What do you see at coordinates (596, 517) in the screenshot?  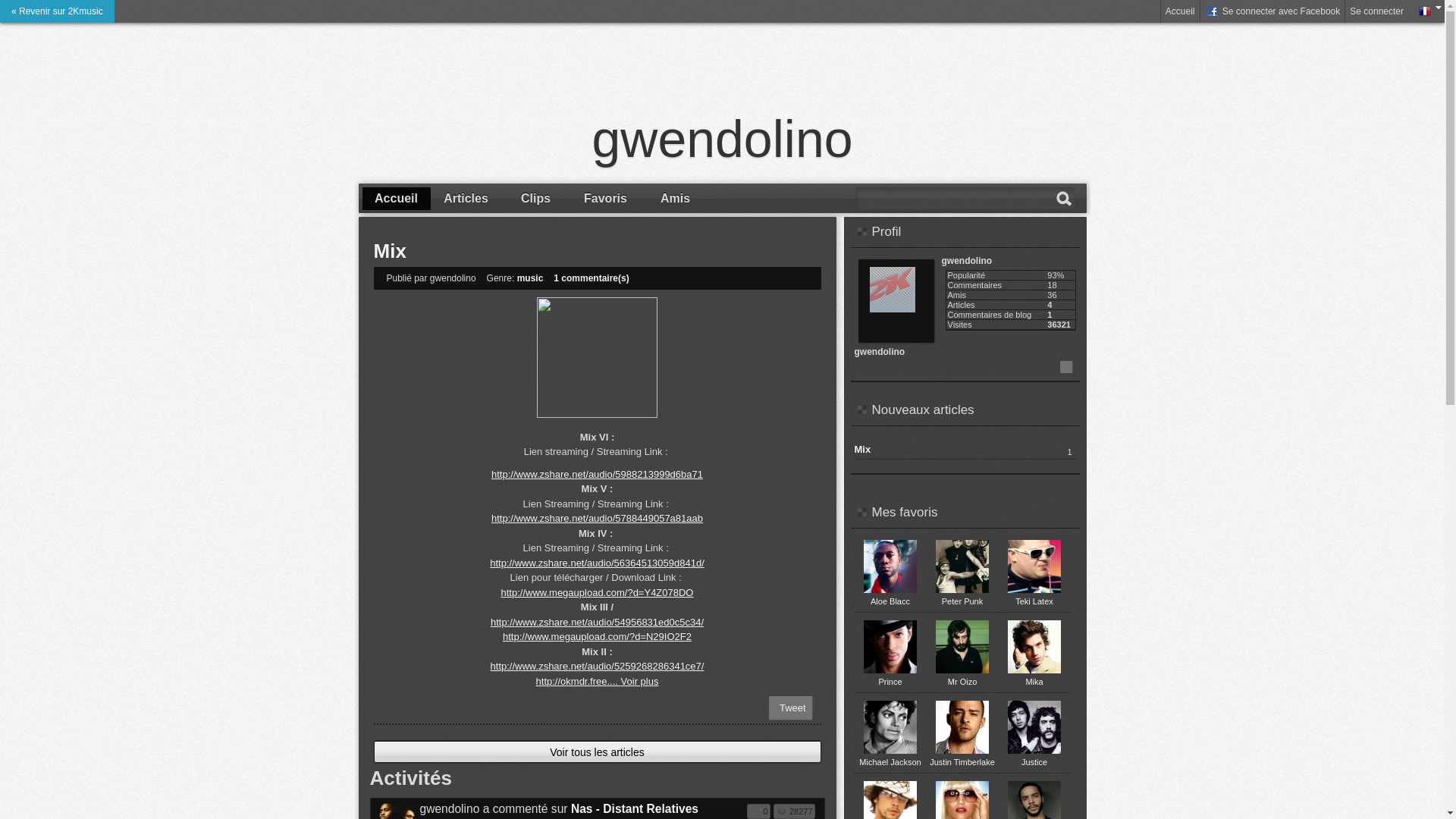 I see `'http://www.zshare.net/audio/5788449057a81aab'` at bounding box center [596, 517].